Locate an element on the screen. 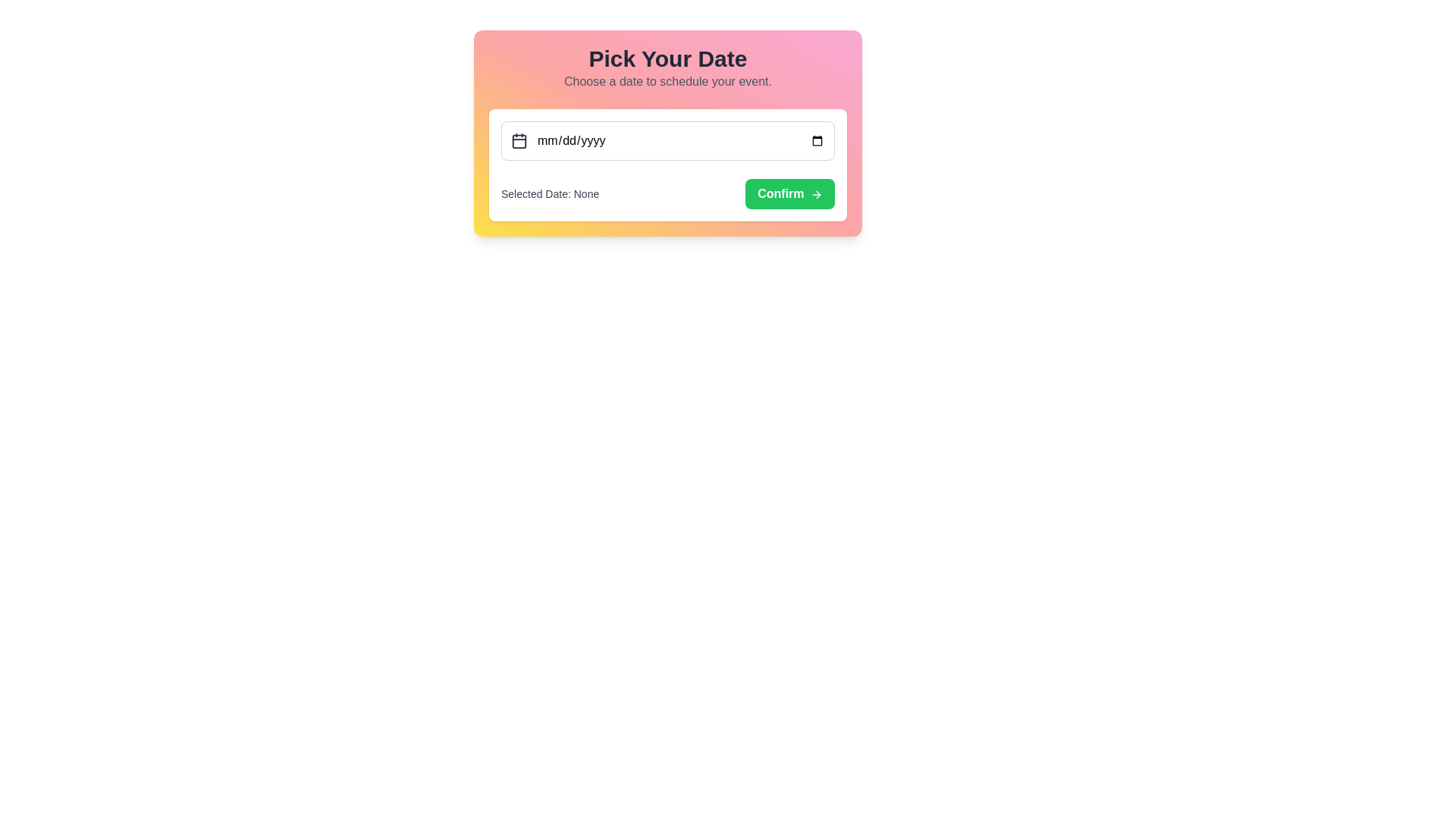 The width and height of the screenshot is (1456, 819). the right-pointing arrow icon located in the 'Confirm' button area, which is styled to match the surrounding SVG icon is located at coordinates (817, 193).